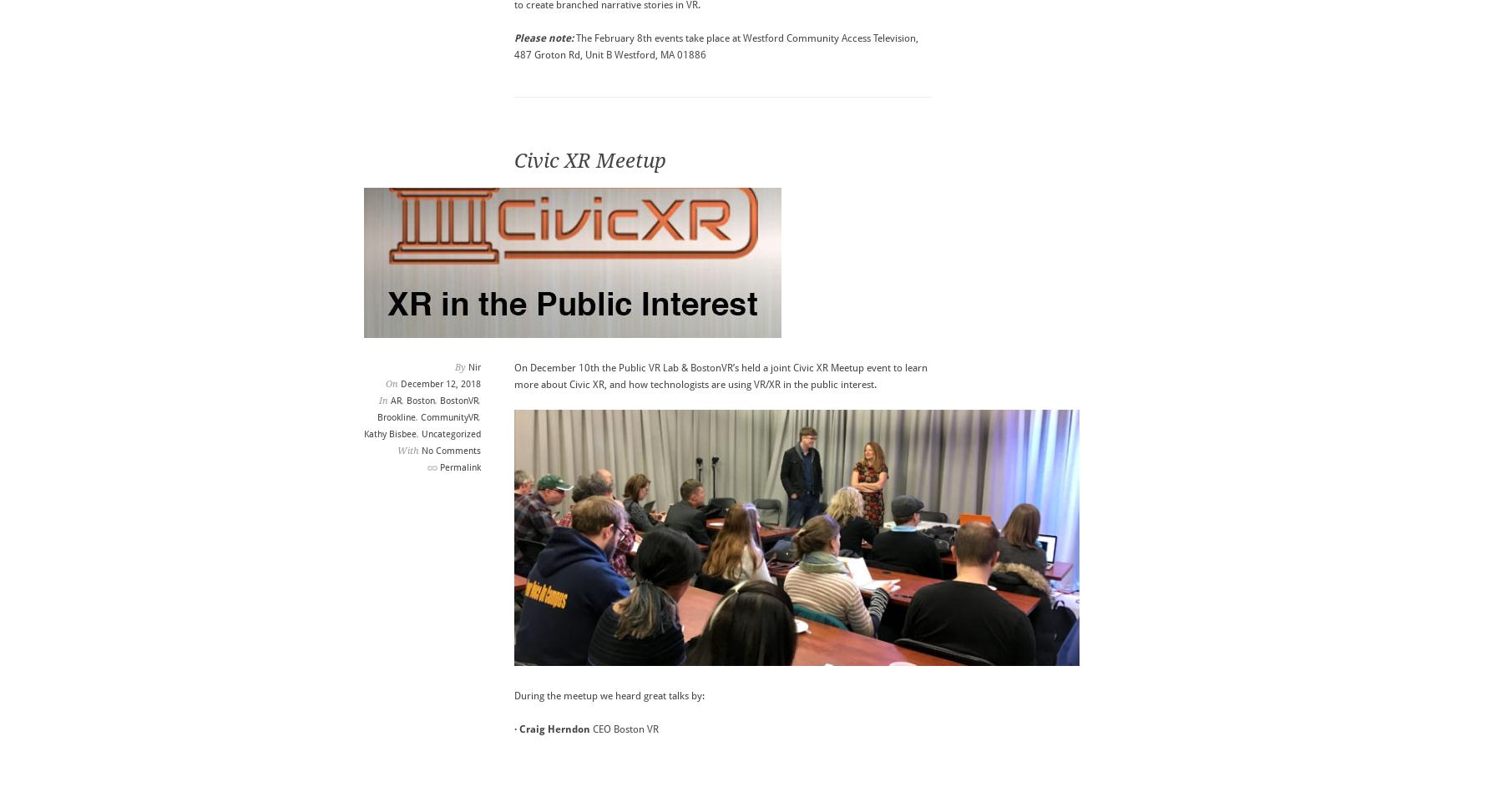  What do you see at coordinates (389, 433) in the screenshot?
I see `'Kathy Bisbee'` at bounding box center [389, 433].